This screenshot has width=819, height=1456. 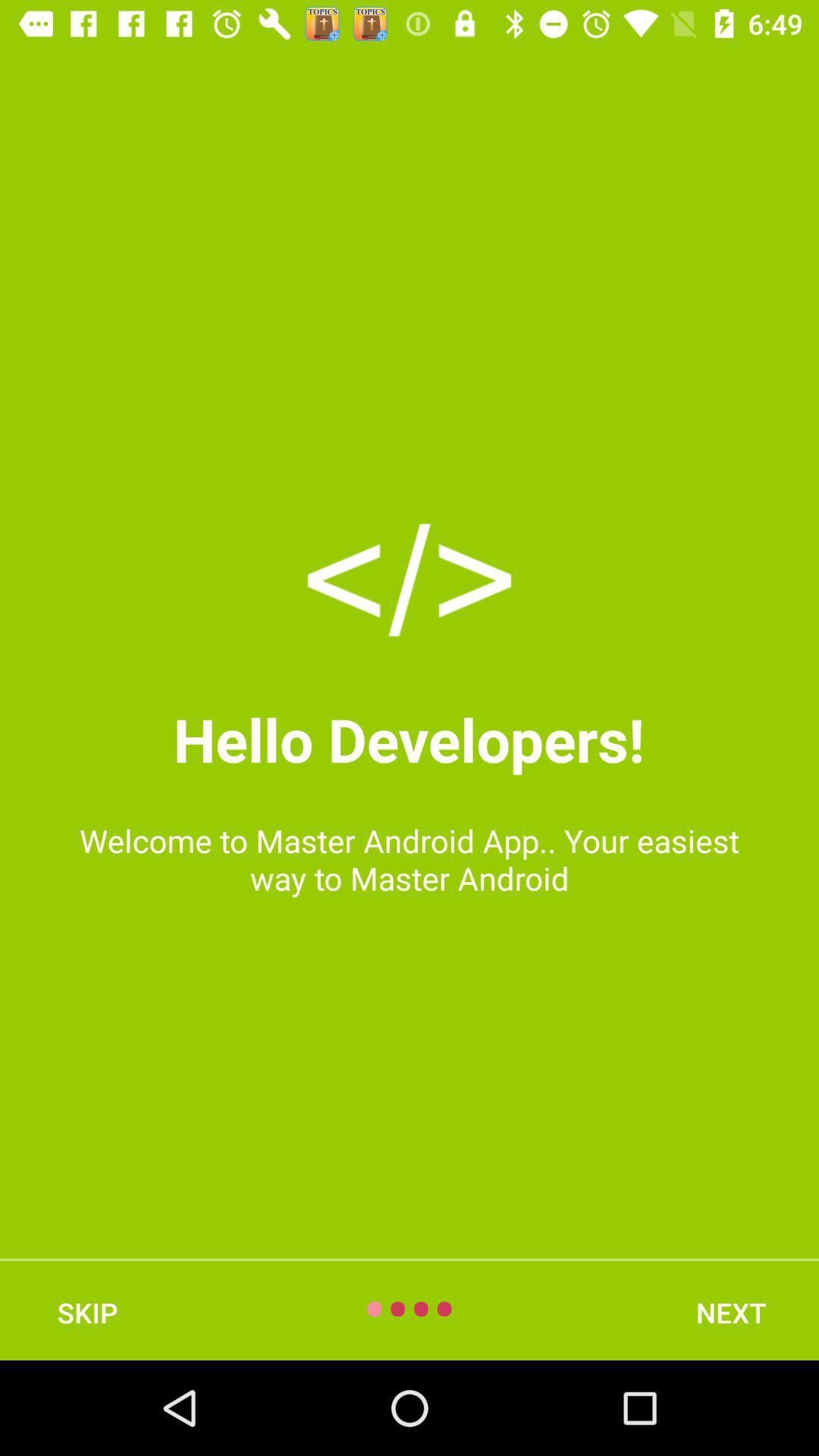 I want to click on the next icon, so click(x=730, y=1312).